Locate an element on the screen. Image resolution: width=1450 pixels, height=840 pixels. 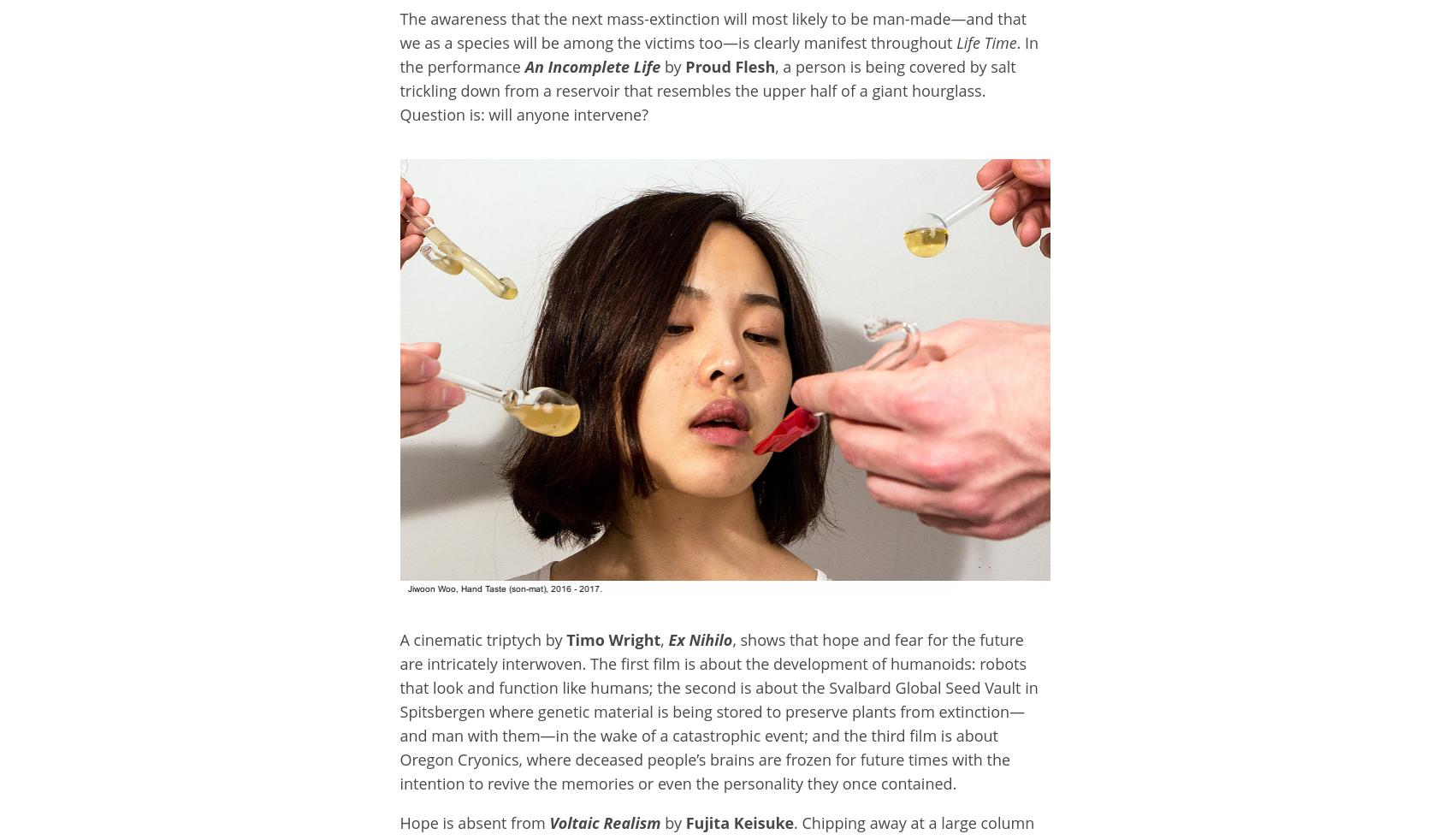
'An Incomplete Life' is located at coordinates (524, 65).